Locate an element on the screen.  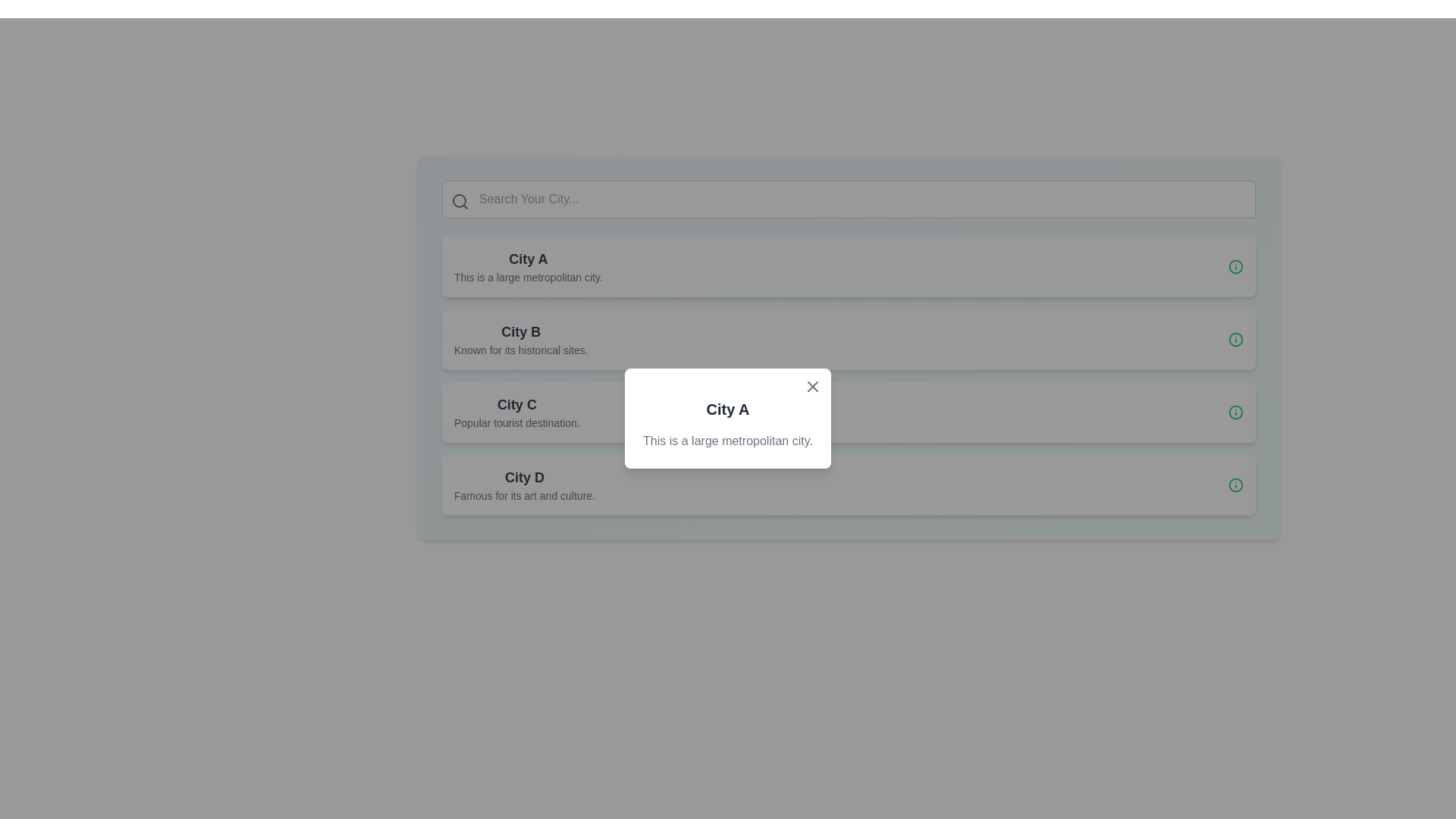
the close button located at the top-right corner of the modal window is located at coordinates (811, 385).